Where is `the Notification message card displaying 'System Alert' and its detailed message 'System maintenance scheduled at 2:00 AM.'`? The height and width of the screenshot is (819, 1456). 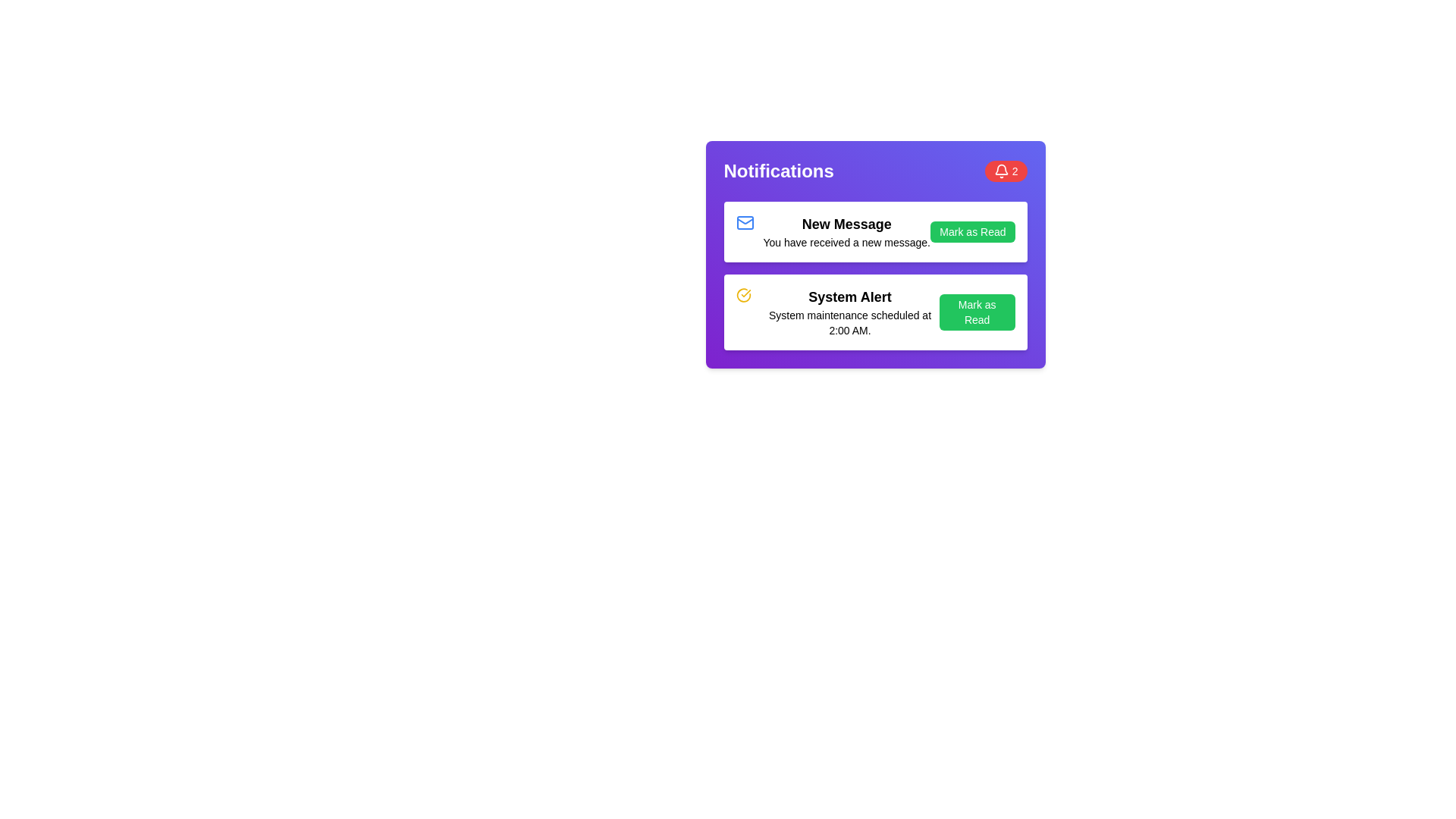
the Notification message card displaying 'System Alert' and its detailed message 'System maintenance scheduled at 2:00 AM.' is located at coordinates (836, 312).